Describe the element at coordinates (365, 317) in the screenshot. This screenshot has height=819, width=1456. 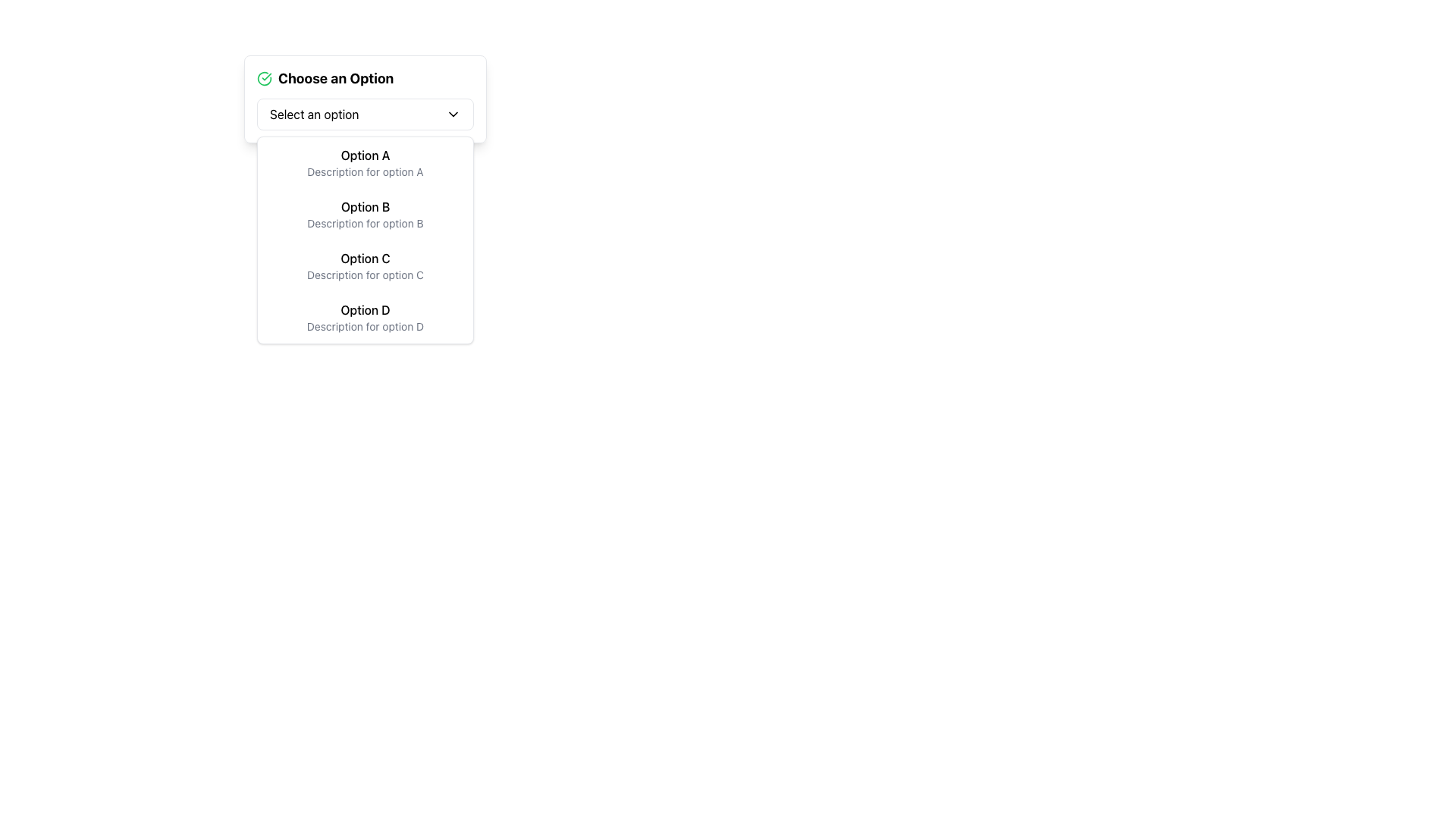
I see `the selectable list item labeled 'Option D'` at that location.